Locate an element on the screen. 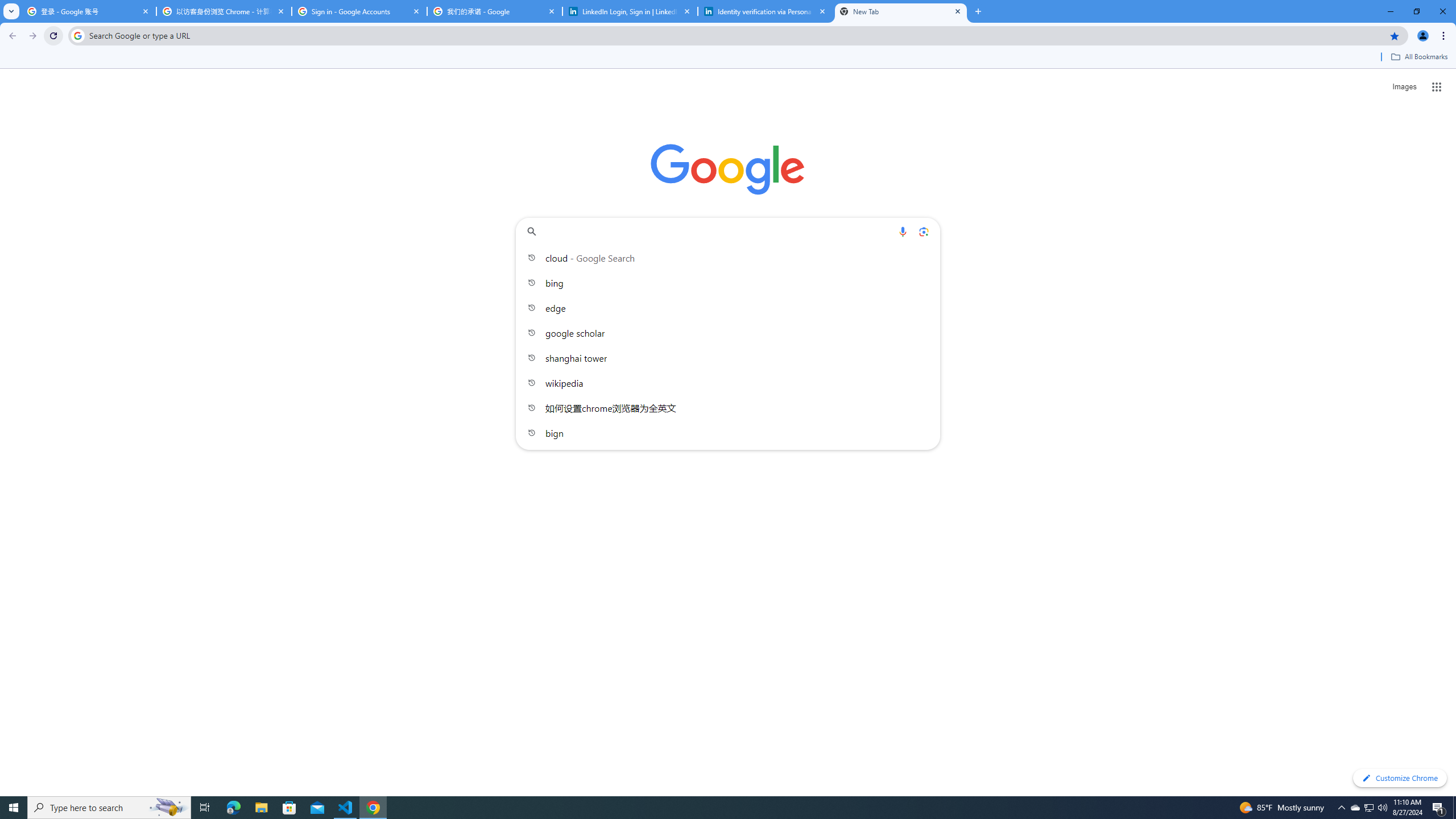 The image size is (1456, 819). 'Search by voice' is located at coordinates (902, 230).